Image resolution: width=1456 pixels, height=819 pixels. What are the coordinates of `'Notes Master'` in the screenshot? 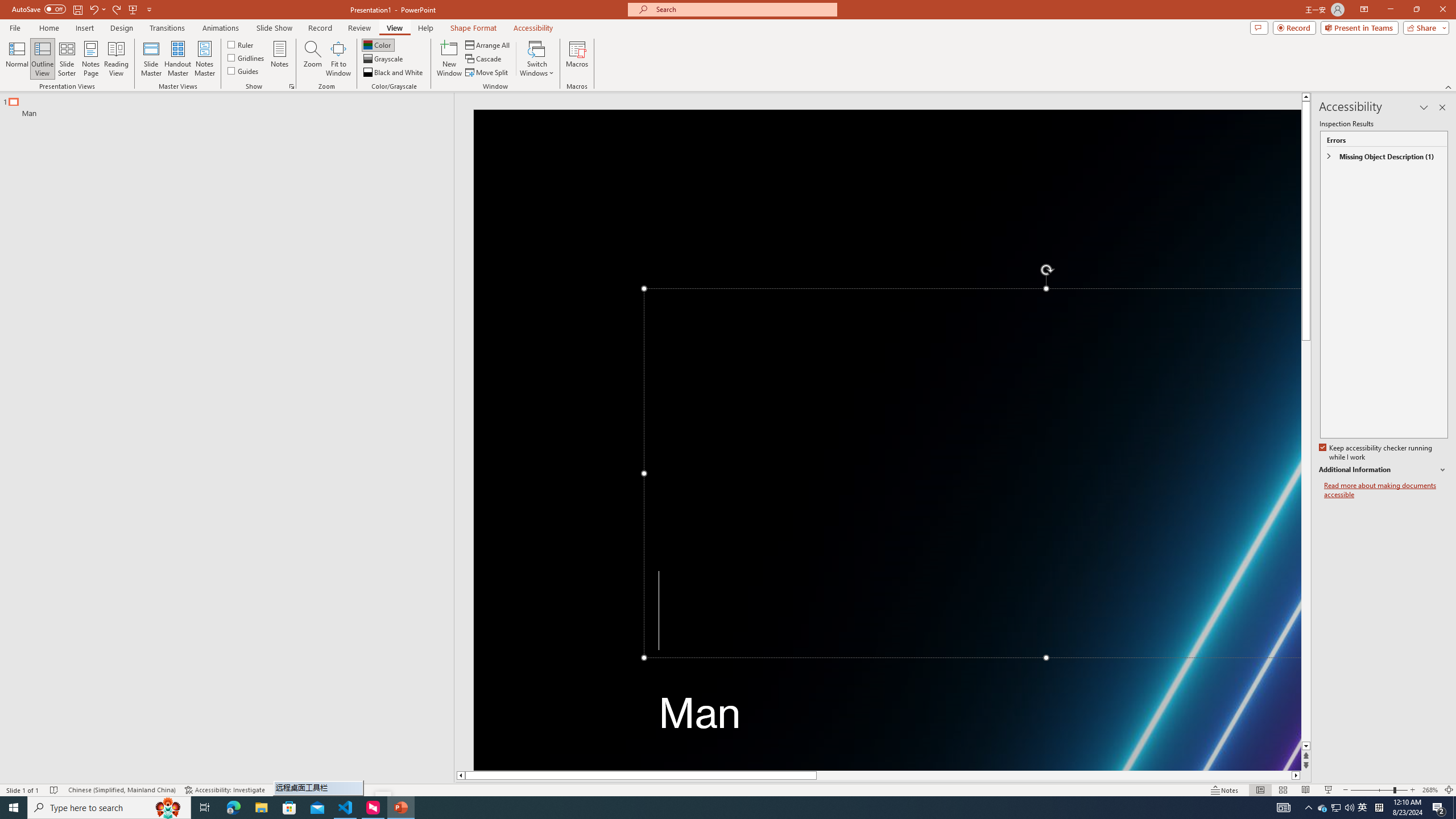 It's located at (204, 59).